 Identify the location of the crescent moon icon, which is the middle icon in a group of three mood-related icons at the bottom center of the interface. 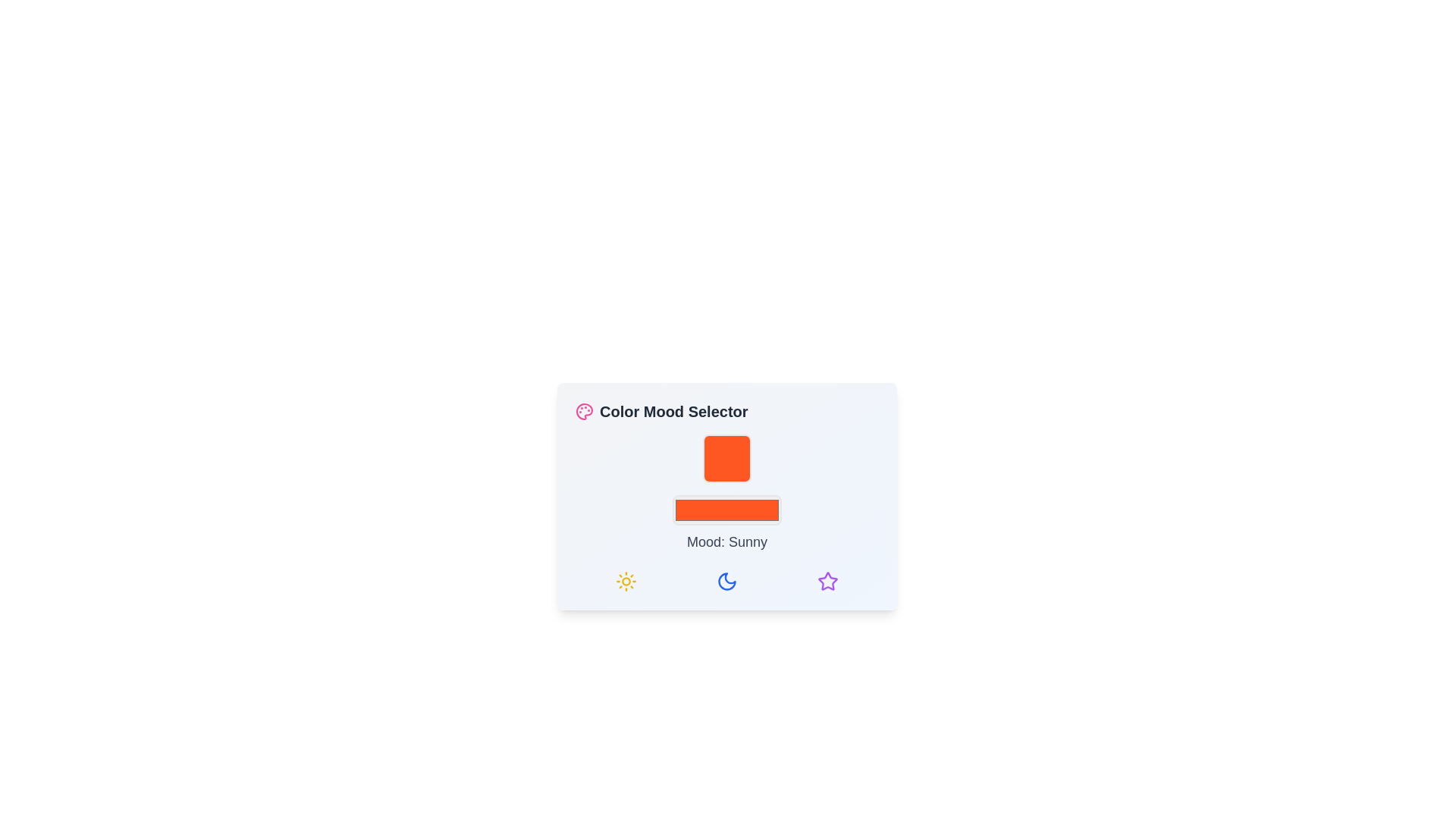
(726, 581).